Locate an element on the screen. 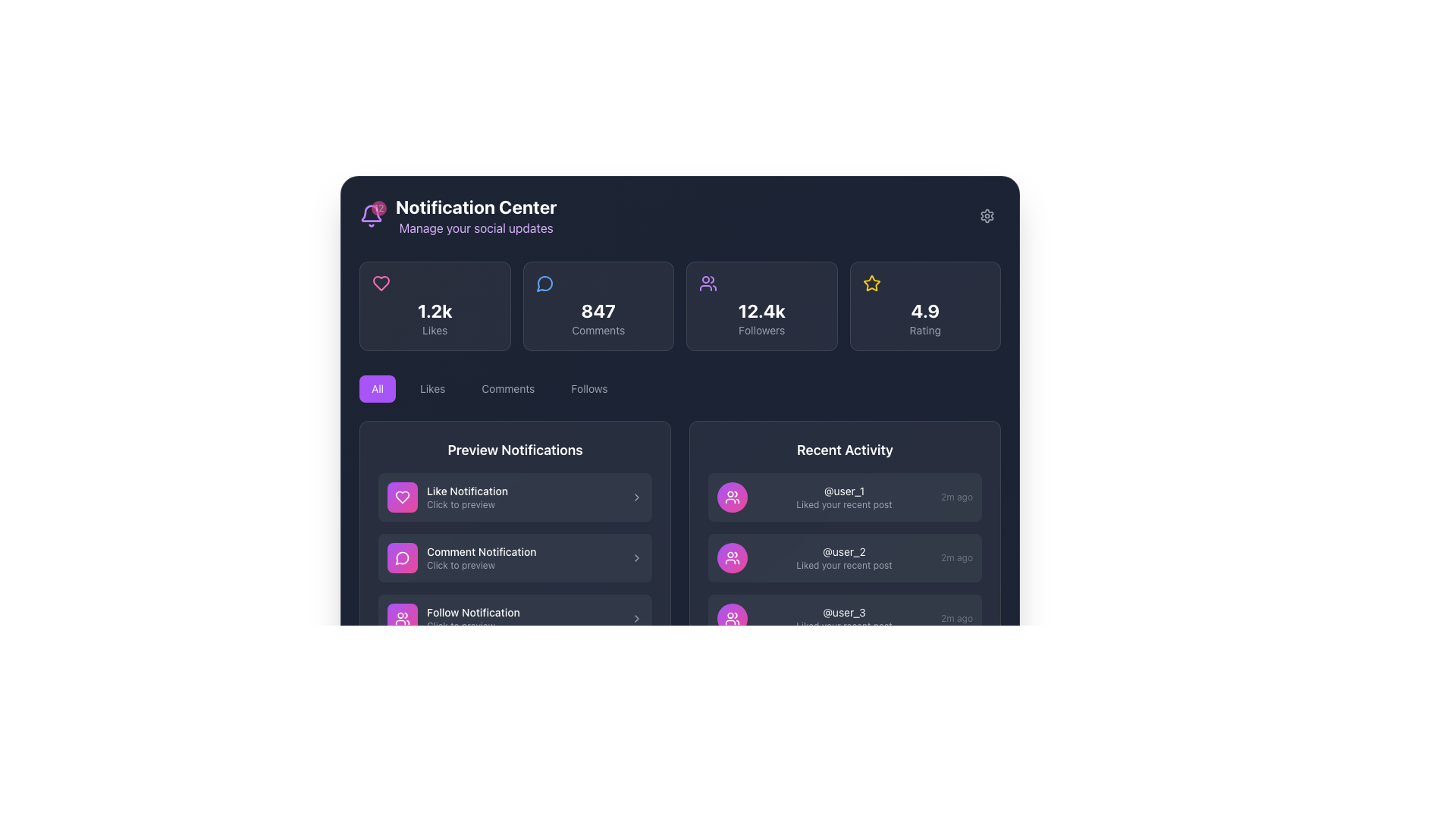  the text label that provides context to the notification regarding '@user_2', located in the 'Recent Activity' column, specifically the second entry in the list is located at coordinates (843, 565).